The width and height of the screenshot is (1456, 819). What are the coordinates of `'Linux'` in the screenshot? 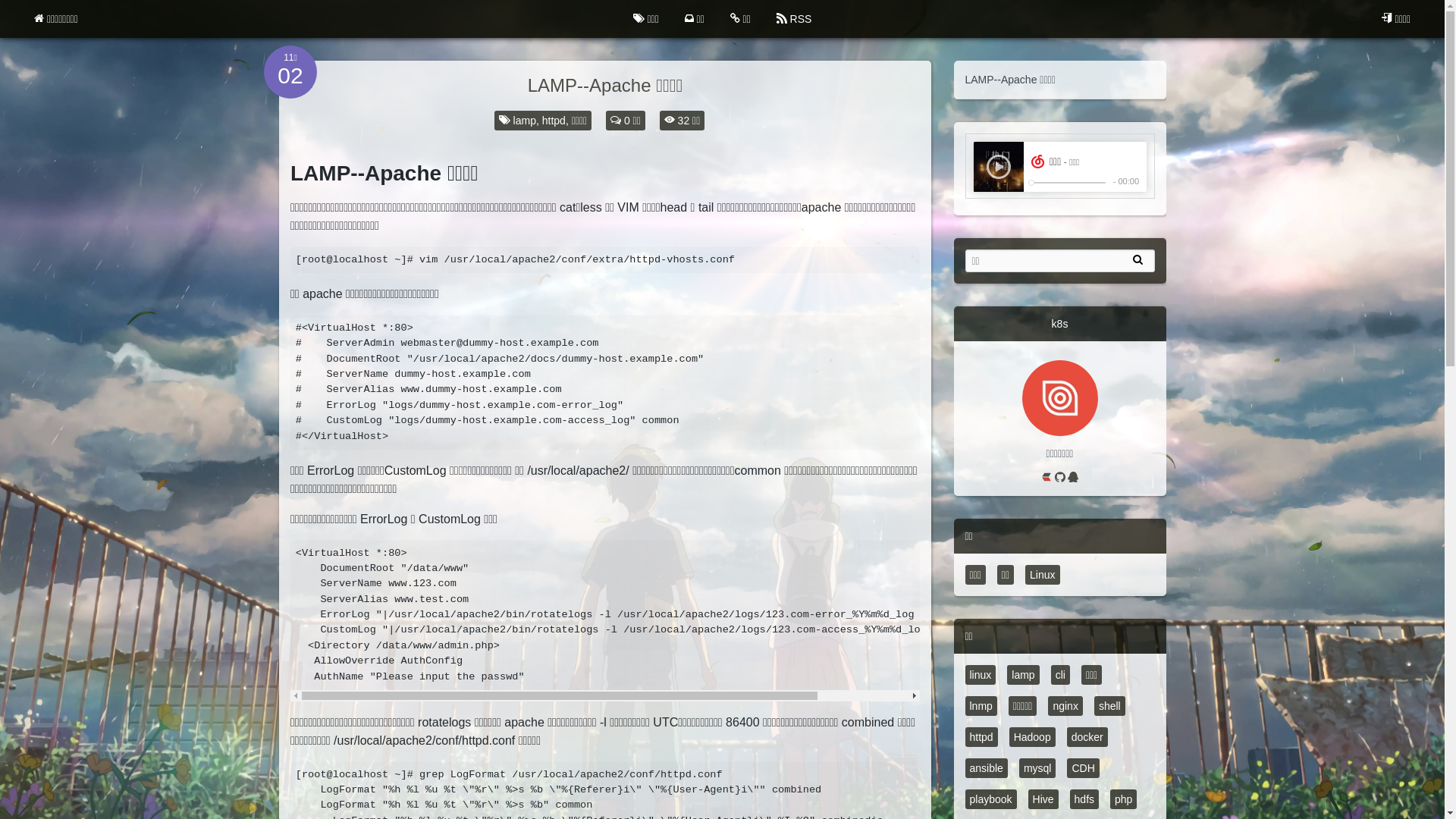 It's located at (1041, 575).